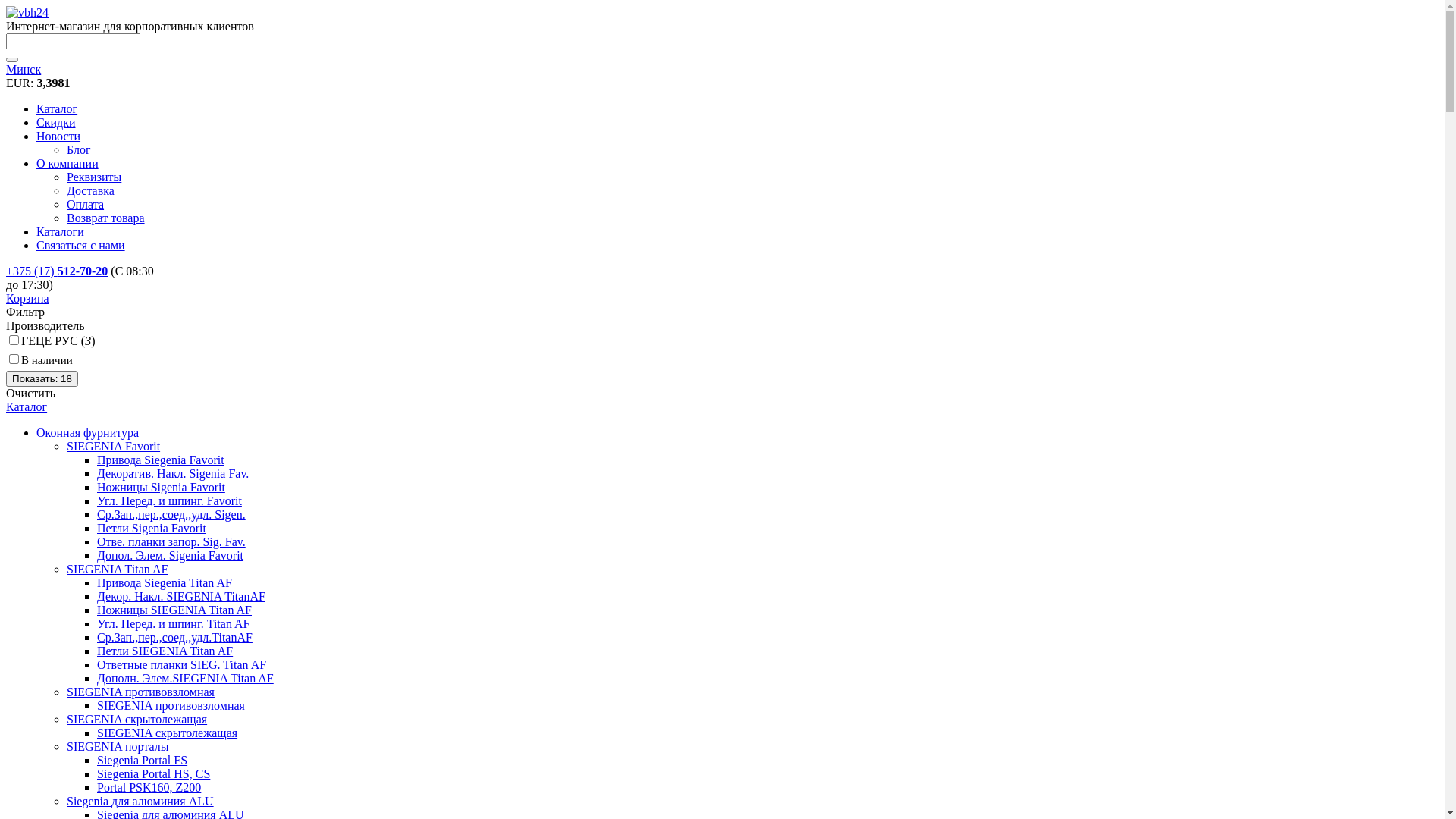 Image resolution: width=1456 pixels, height=819 pixels. What do you see at coordinates (57, 270) in the screenshot?
I see `'+375 (17) 512-70-20'` at bounding box center [57, 270].